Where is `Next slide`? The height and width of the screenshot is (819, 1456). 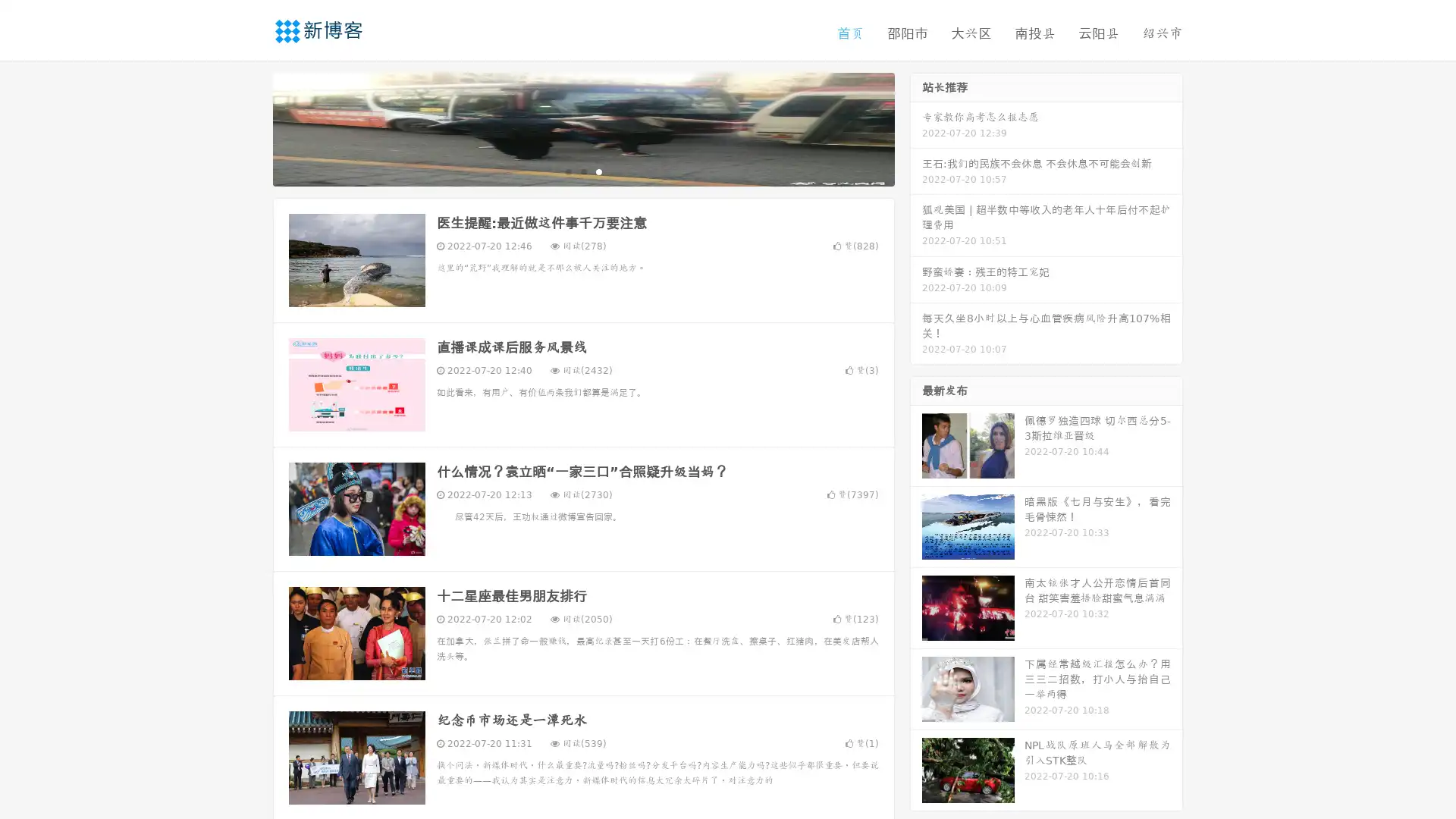 Next slide is located at coordinates (916, 127).